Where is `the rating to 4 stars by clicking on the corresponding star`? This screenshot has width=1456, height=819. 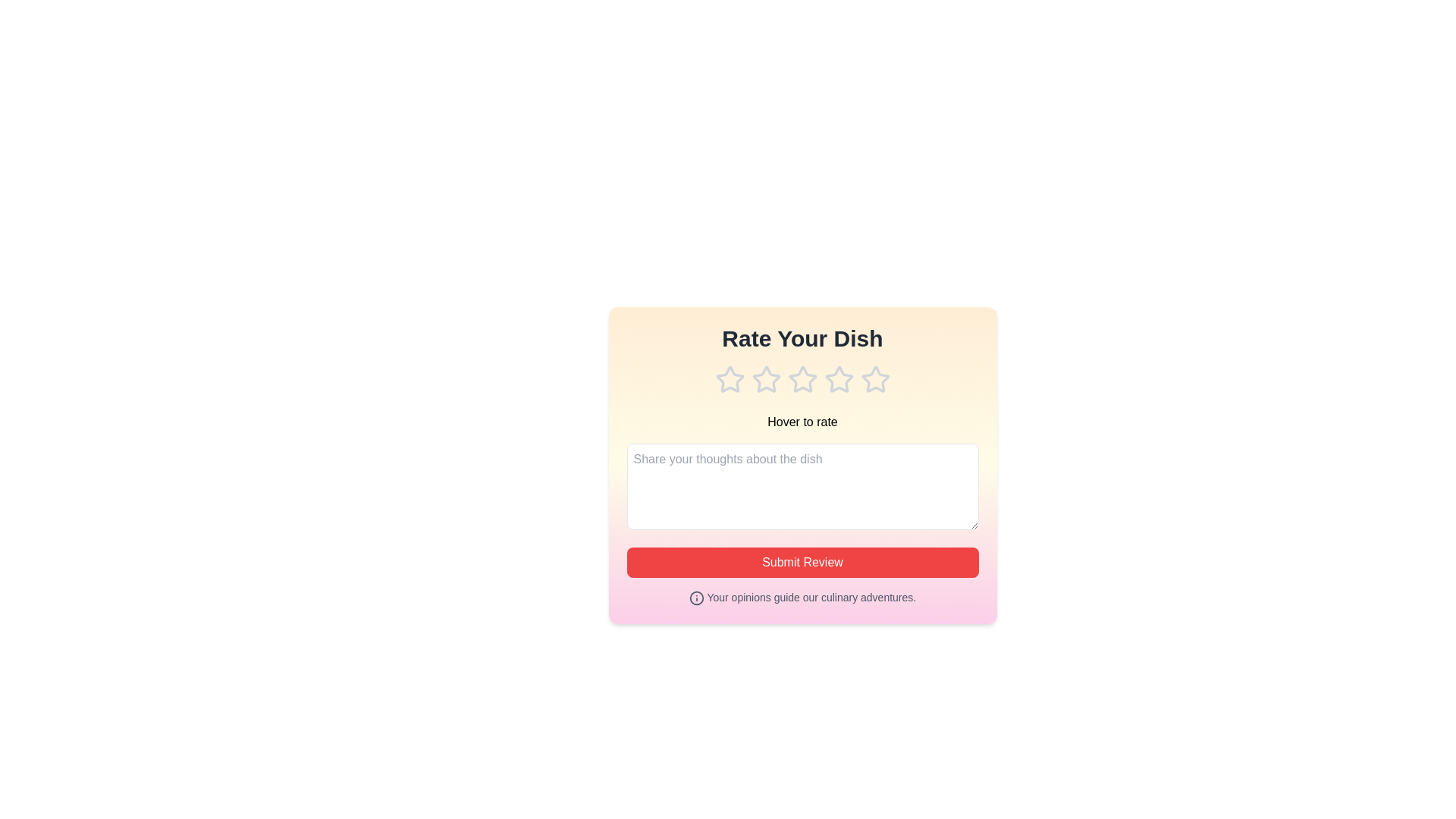
the rating to 4 stars by clicking on the corresponding star is located at coordinates (838, 379).